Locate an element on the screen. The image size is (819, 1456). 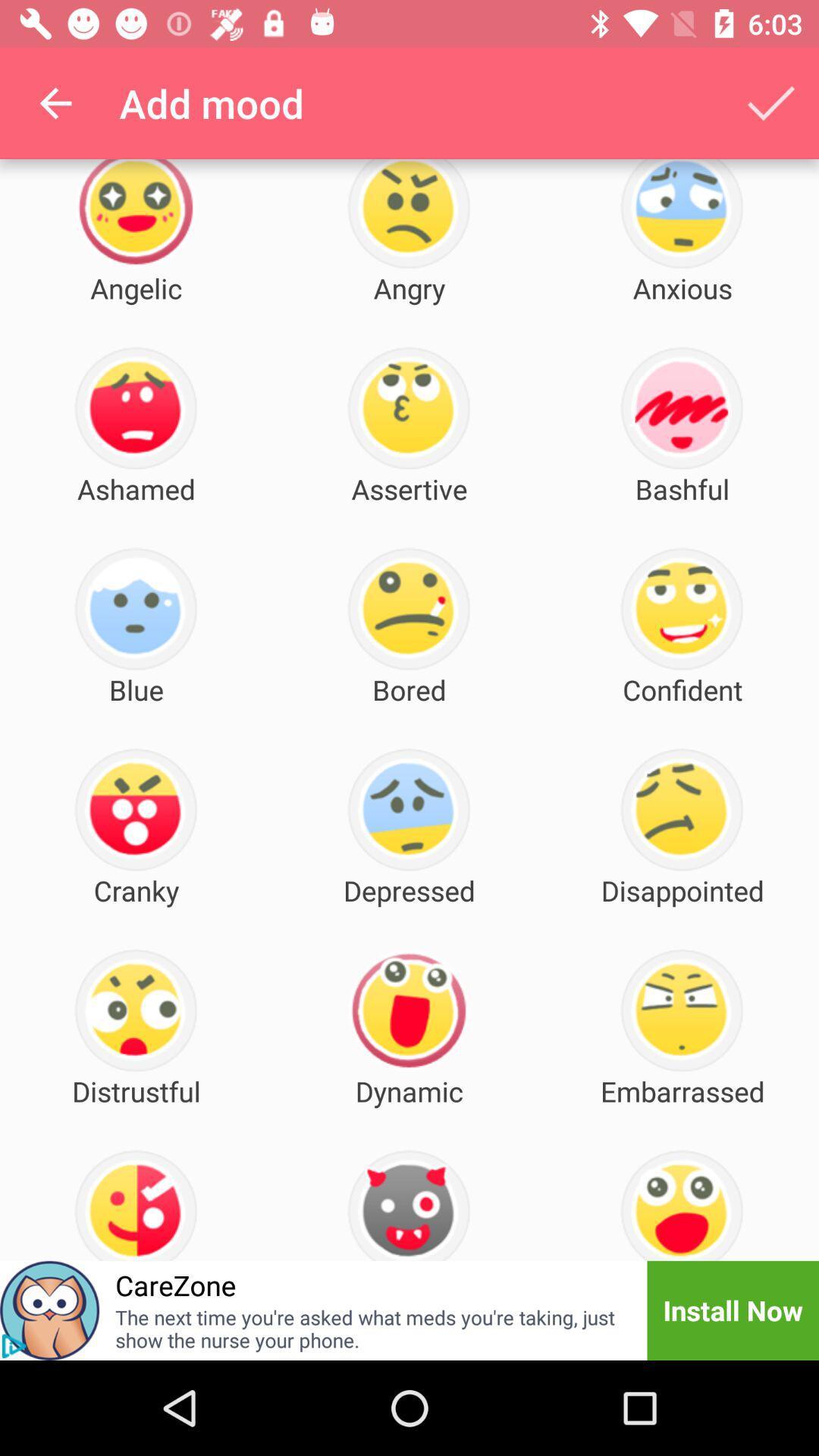
the mood below embarrassed is located at coordinates (681, 1204).